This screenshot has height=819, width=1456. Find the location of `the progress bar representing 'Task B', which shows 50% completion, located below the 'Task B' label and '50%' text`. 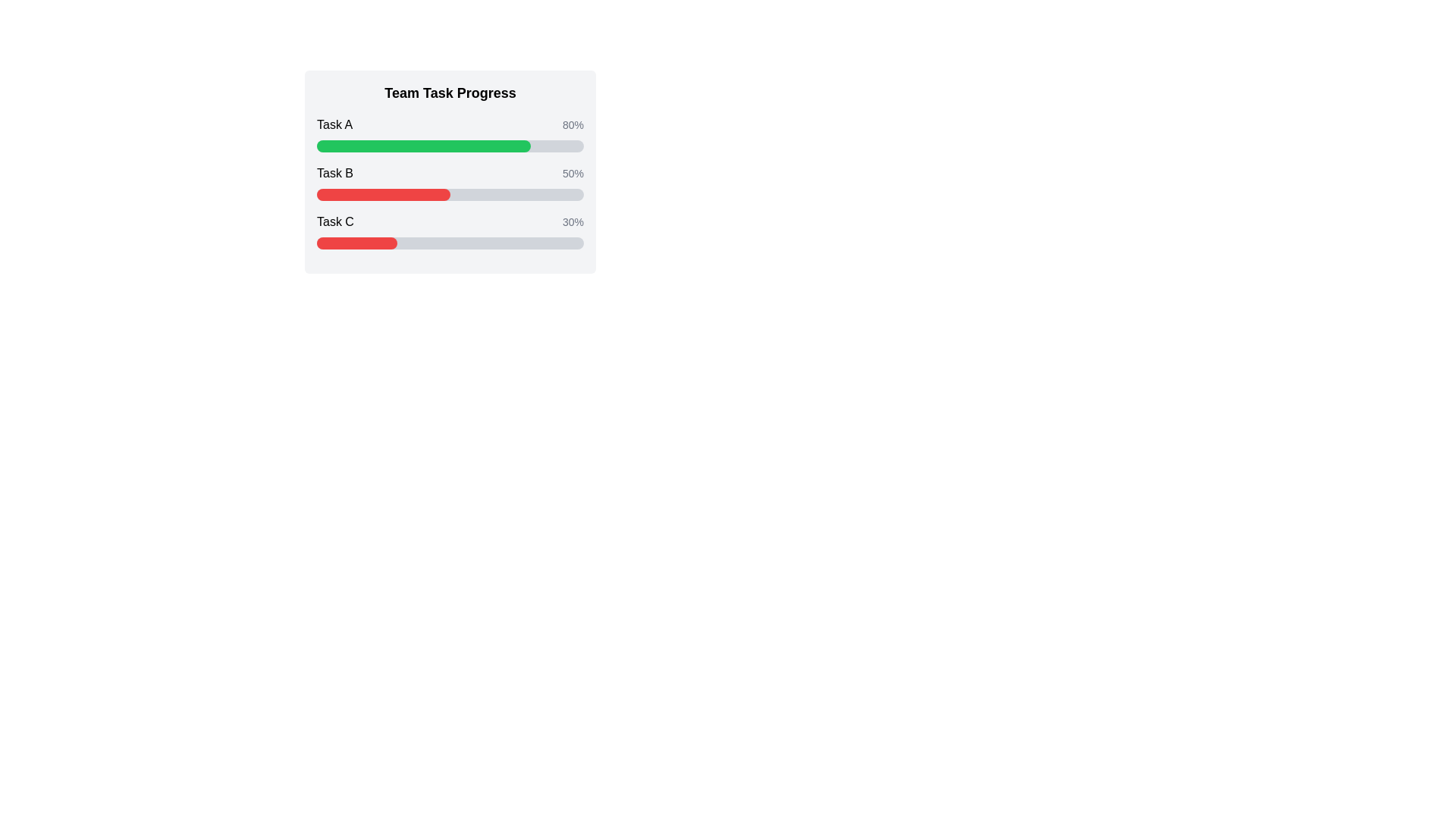

the progress bar representing 'Task B', which shows 50% completion, located below the 'Task B' label and '50%' text is located at coordinates (450, 194).